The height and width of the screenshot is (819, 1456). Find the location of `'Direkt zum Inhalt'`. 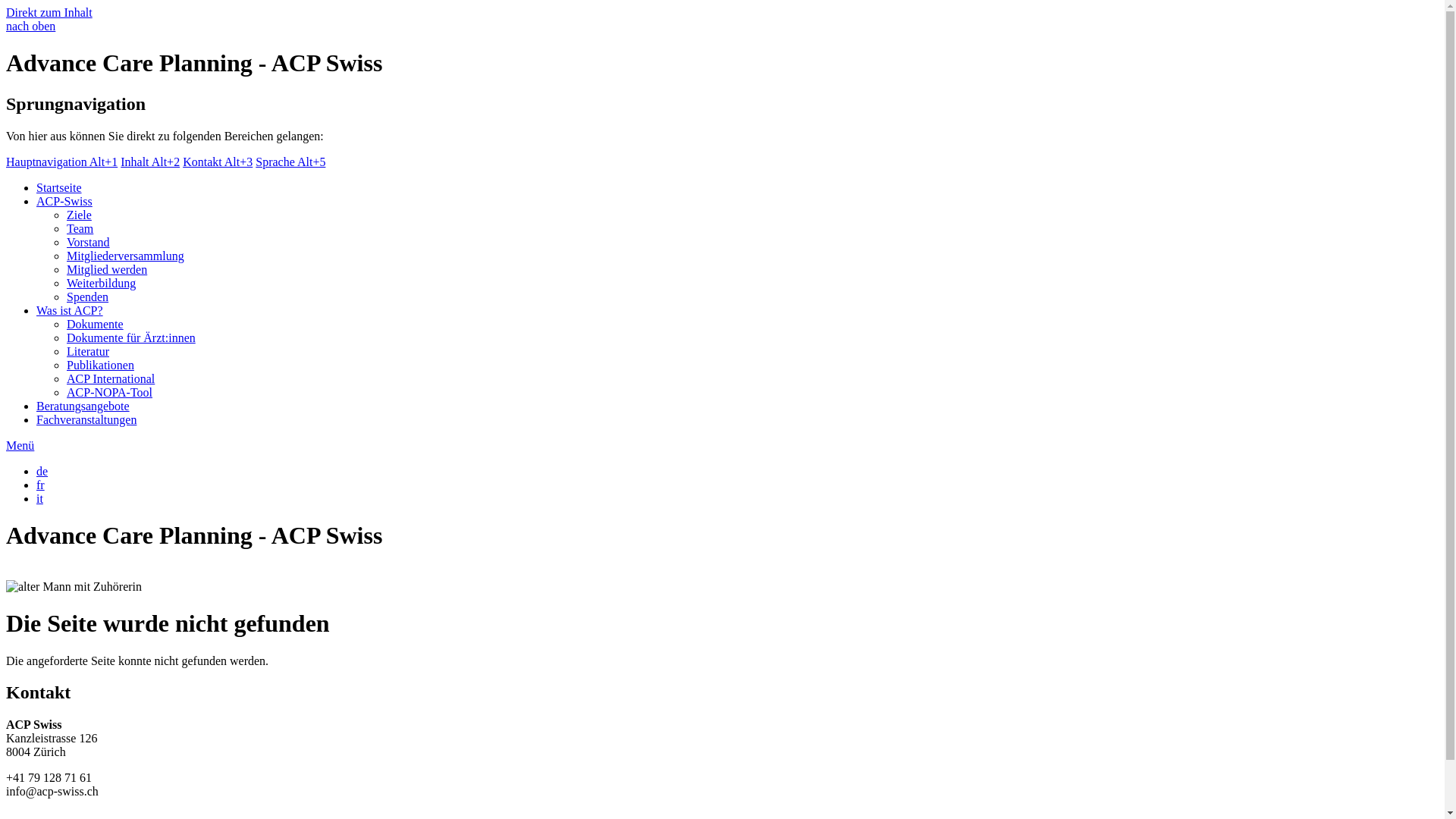

'Direkt zum Inhalt' is located at coordinates (49, 12).